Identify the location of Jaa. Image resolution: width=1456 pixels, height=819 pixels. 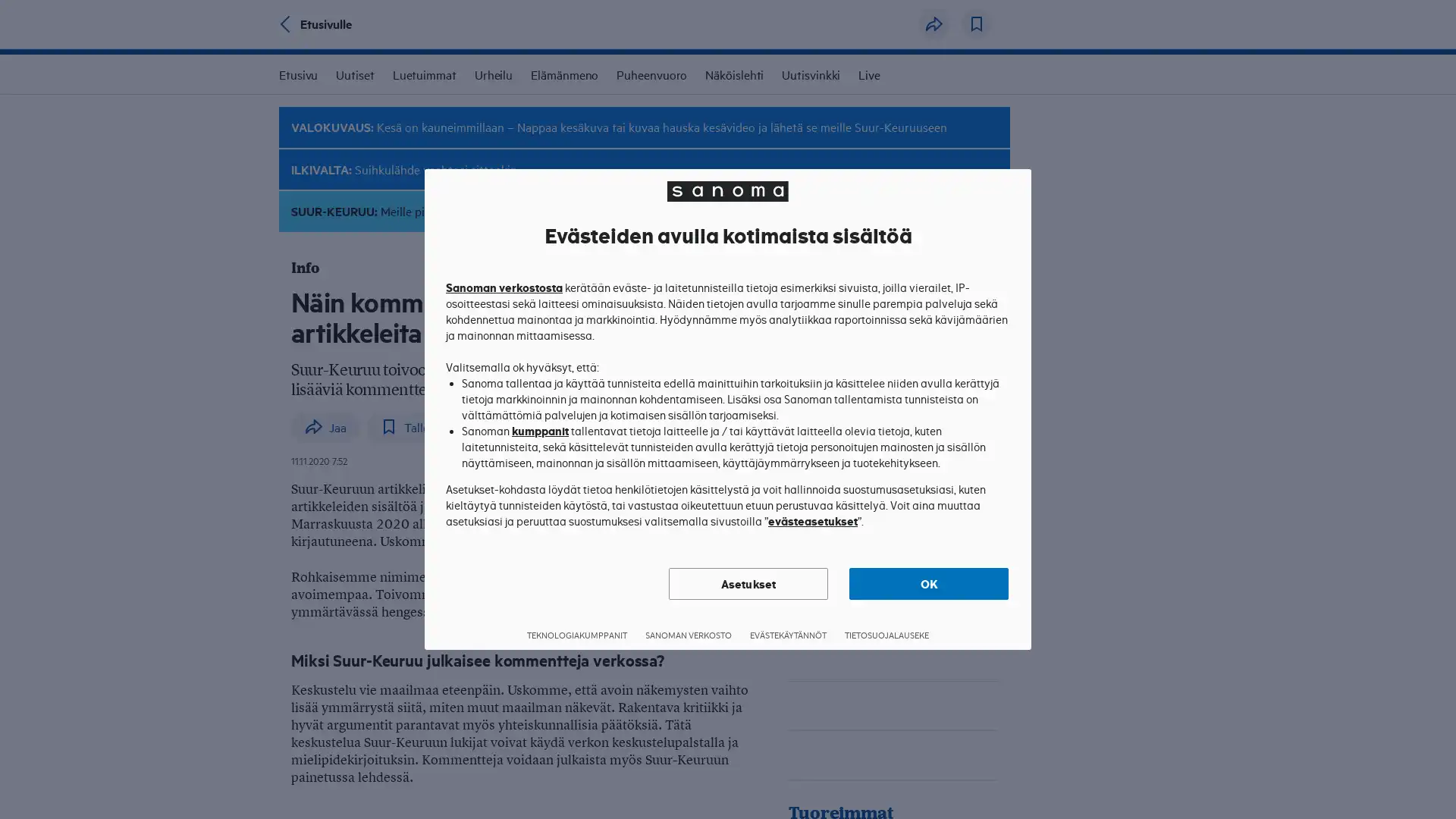
(934, 24).